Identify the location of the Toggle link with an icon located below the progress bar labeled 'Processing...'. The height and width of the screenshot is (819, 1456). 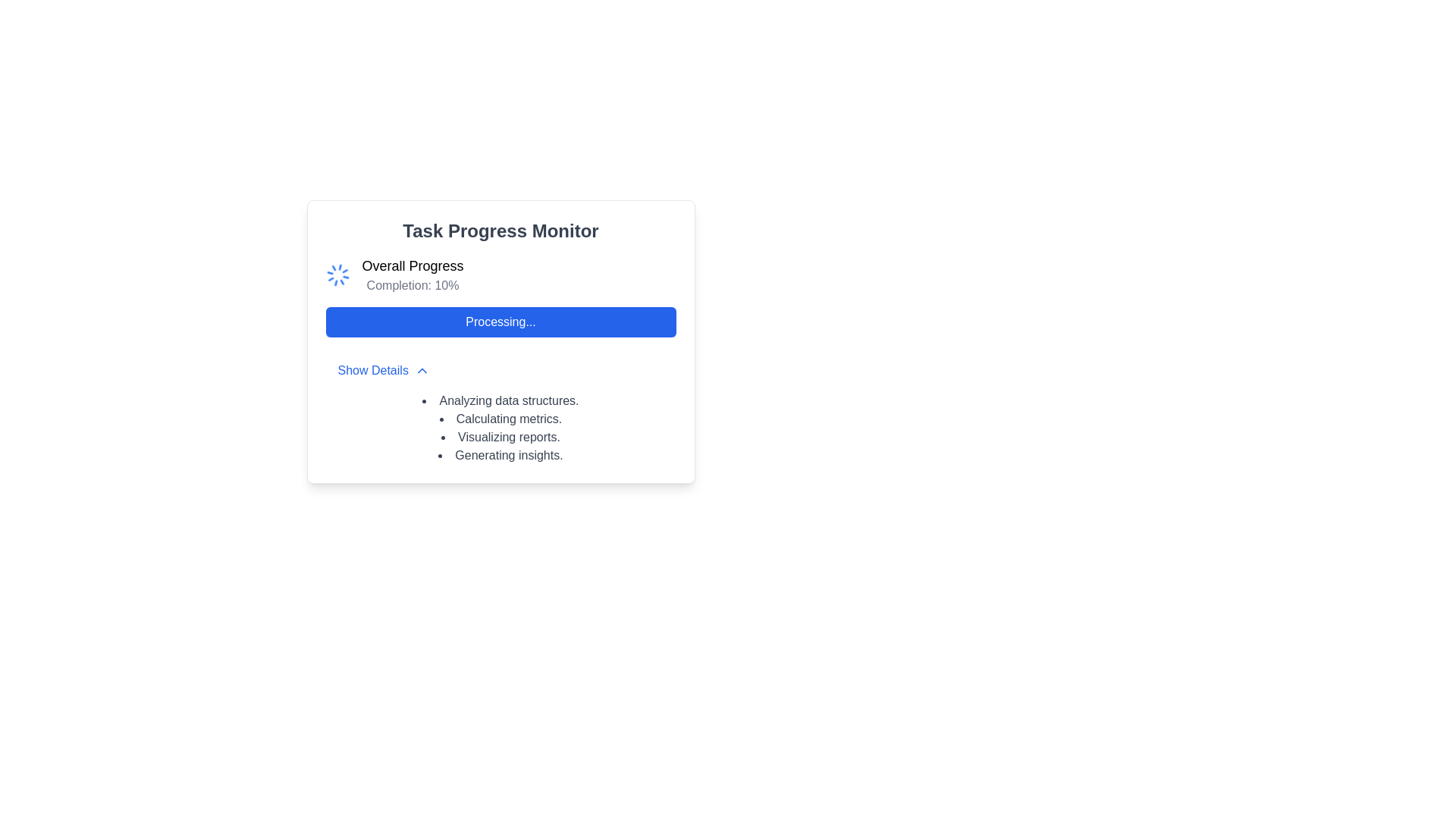
(384, 371).